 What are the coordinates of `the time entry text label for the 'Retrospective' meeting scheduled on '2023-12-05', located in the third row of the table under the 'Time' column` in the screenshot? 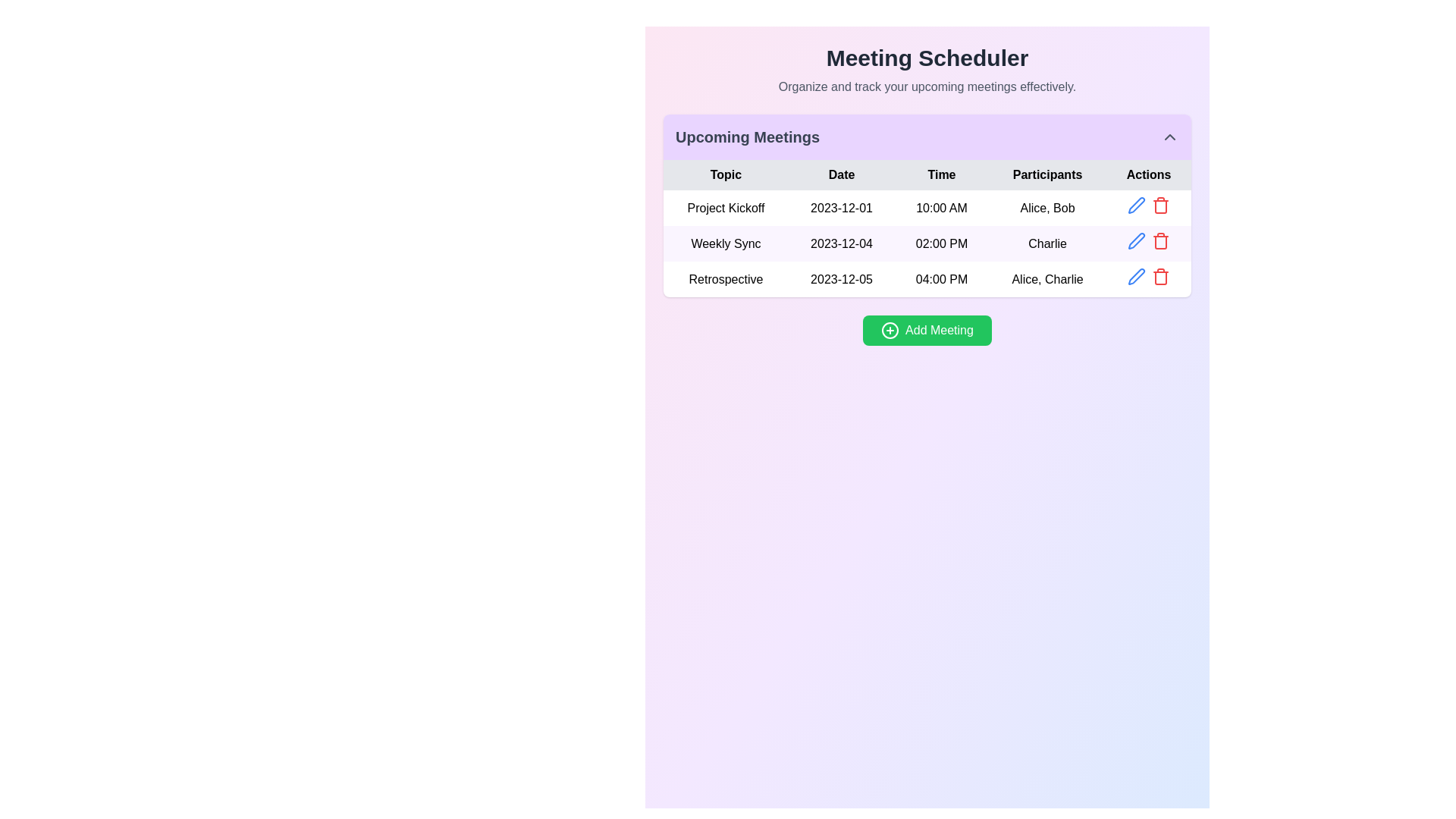 It's located at (941, 279).